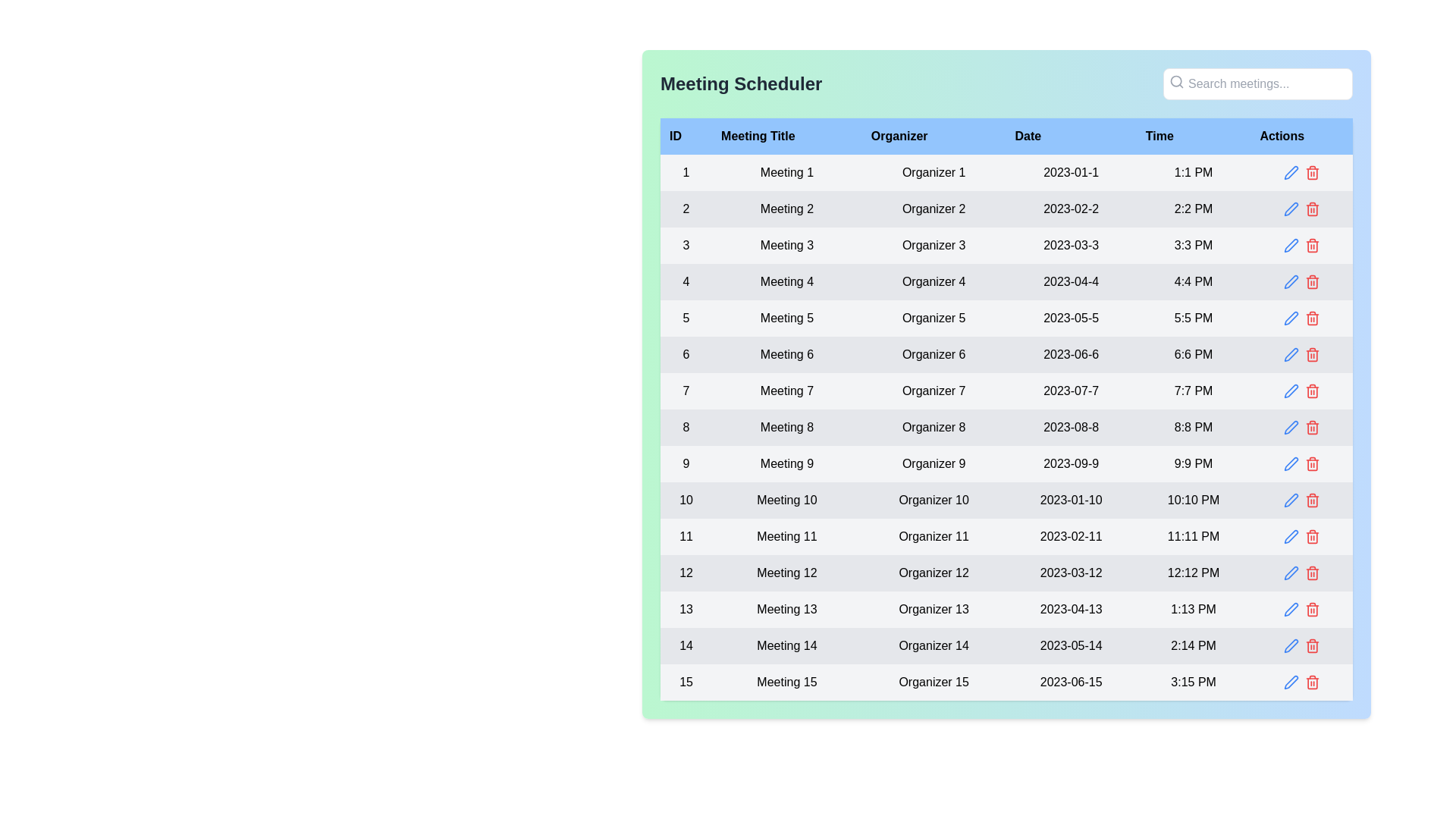 This screenshot has width=1456, height=819. Describe the element at coordinates (686, 209) in the screenshot. I see `the table cell displaying the digit '2' in black text, located under the 'ID' column in the 'Meeting 2' row` at that location.